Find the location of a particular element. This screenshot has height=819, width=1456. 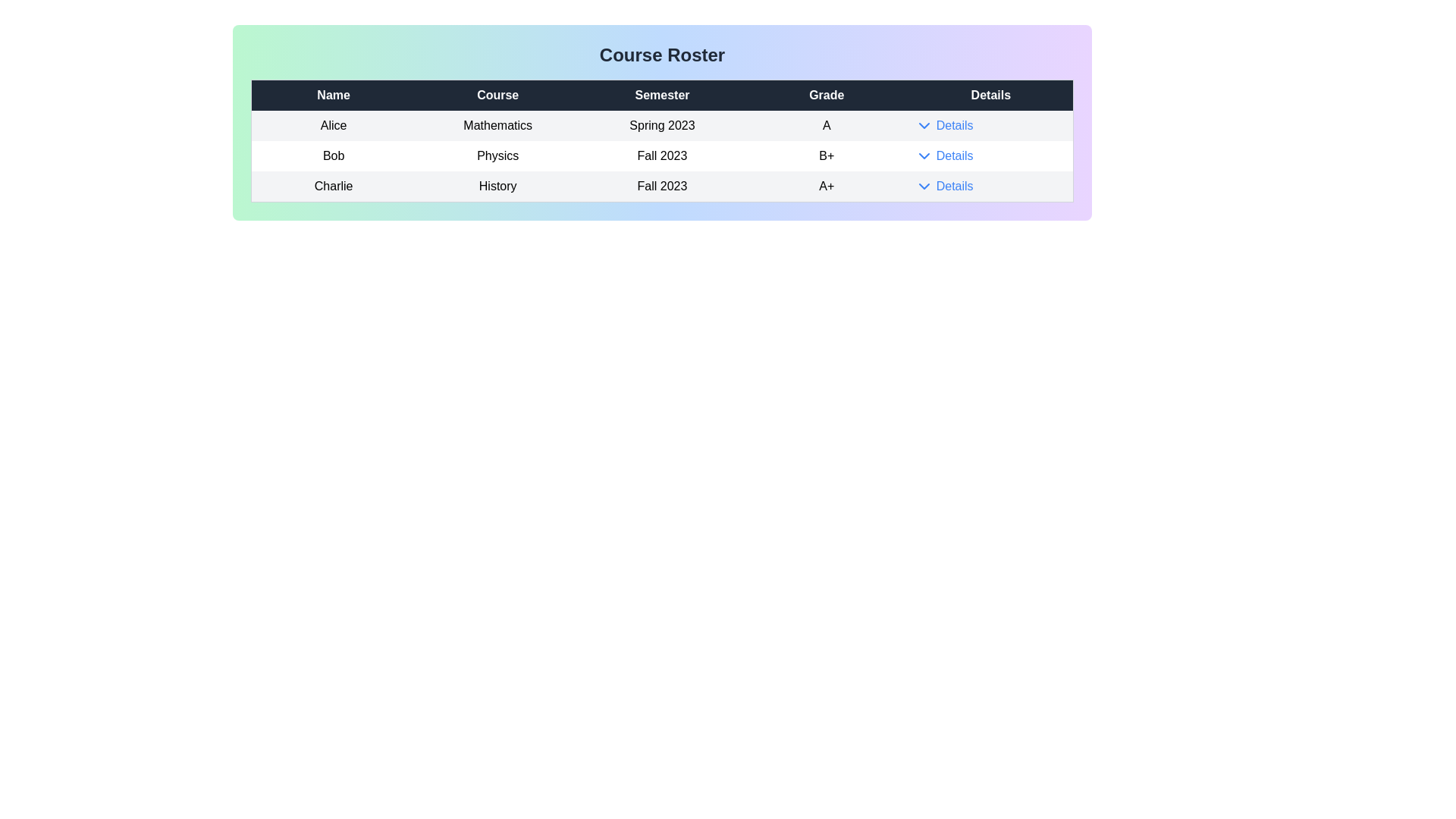

the text label displaying the name 'Bob', which is located in the first column of the second row of a tabular layout is located at coordinates (332, 155).